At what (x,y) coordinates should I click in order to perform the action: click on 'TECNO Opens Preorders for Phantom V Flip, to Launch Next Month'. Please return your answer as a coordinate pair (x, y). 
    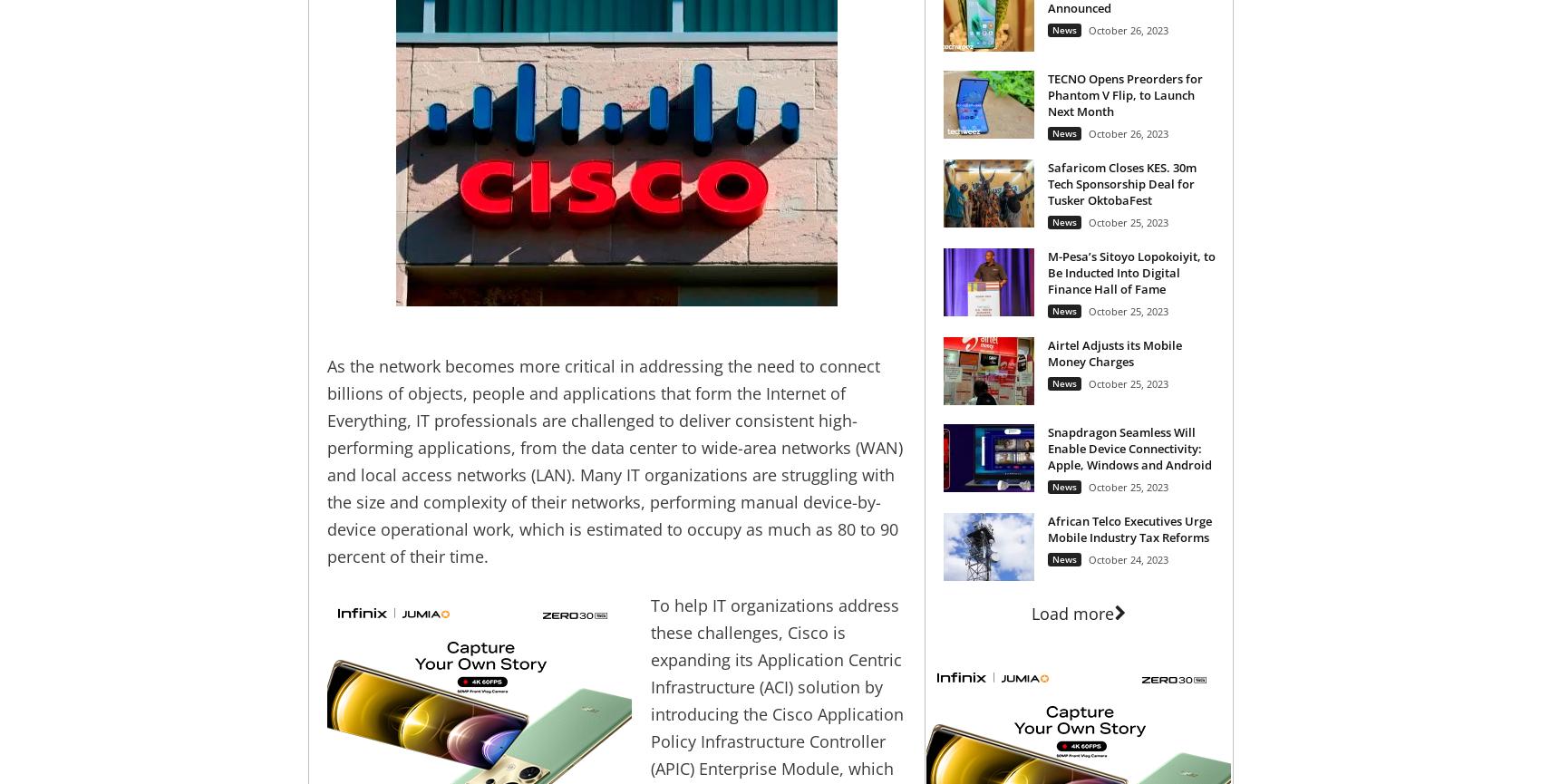
    Looking at the image, I should click on (1123, 93).